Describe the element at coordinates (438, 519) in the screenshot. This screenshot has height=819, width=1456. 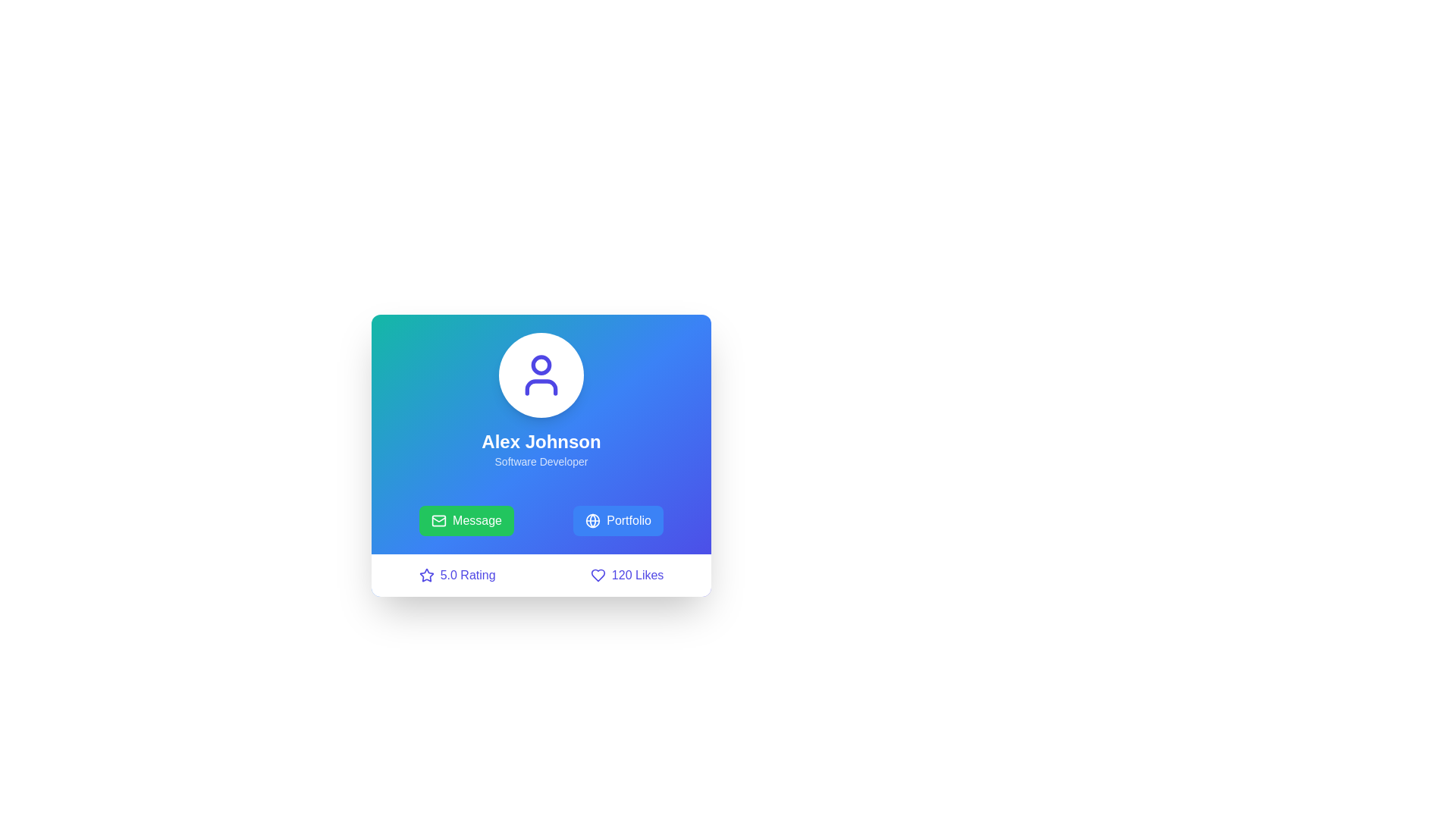
I see `the envelope icon located in the upper left corner of the green 'Message' button at the bottom of the card interface` at that location.